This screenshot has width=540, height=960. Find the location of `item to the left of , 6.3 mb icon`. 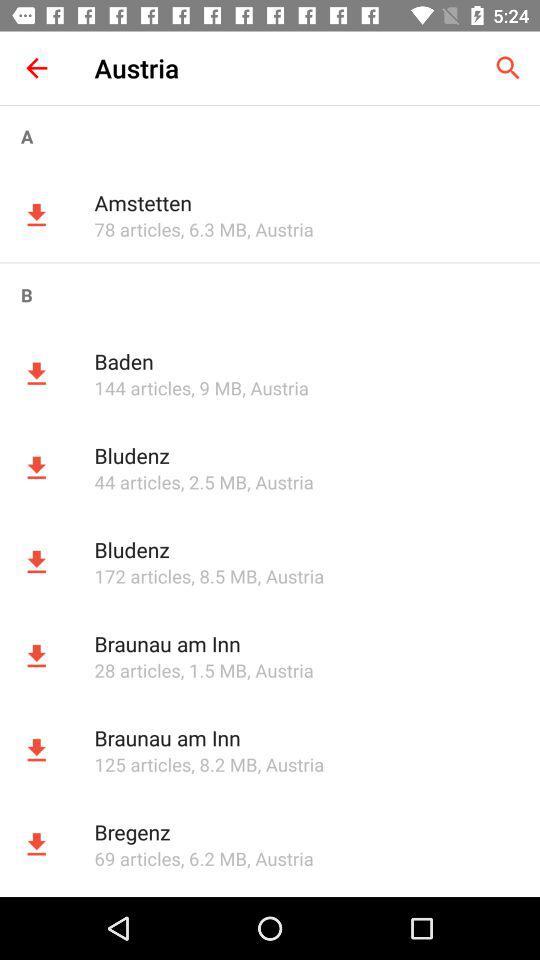

item to the left of , 6.3 mb icon is located at coordinates (136, 229).